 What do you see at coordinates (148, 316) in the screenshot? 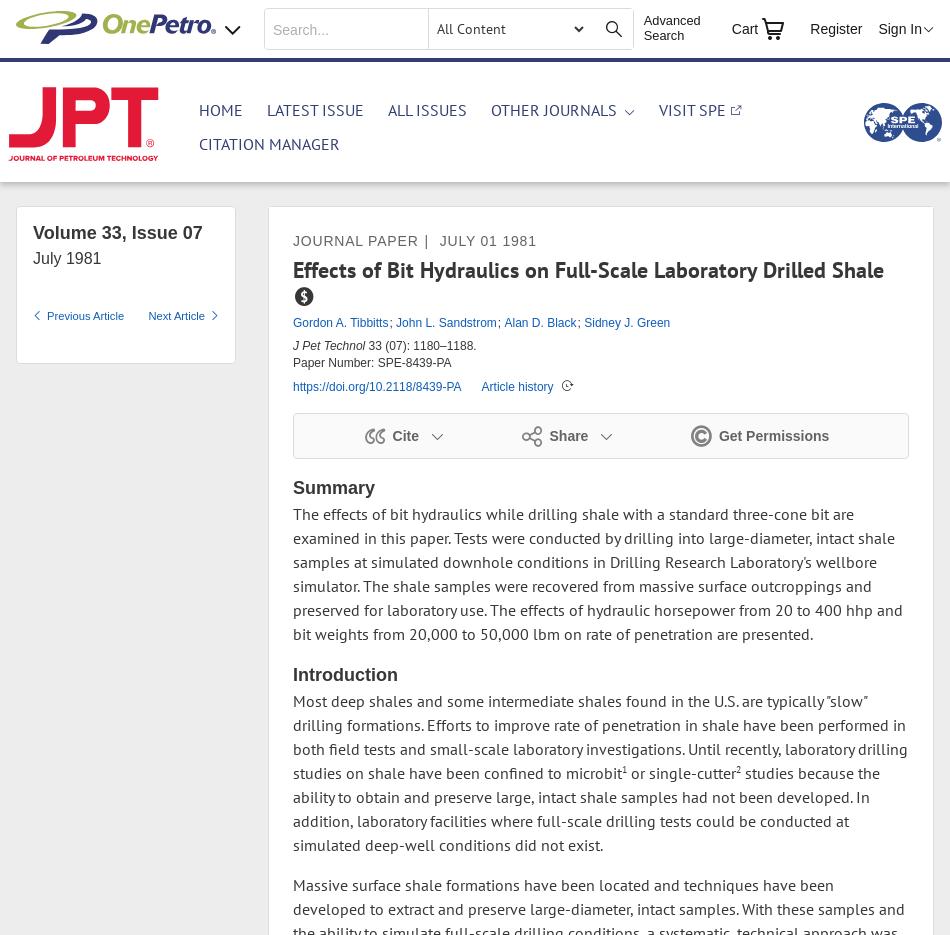
I see `'Next'` at bounding box center [148, 316].